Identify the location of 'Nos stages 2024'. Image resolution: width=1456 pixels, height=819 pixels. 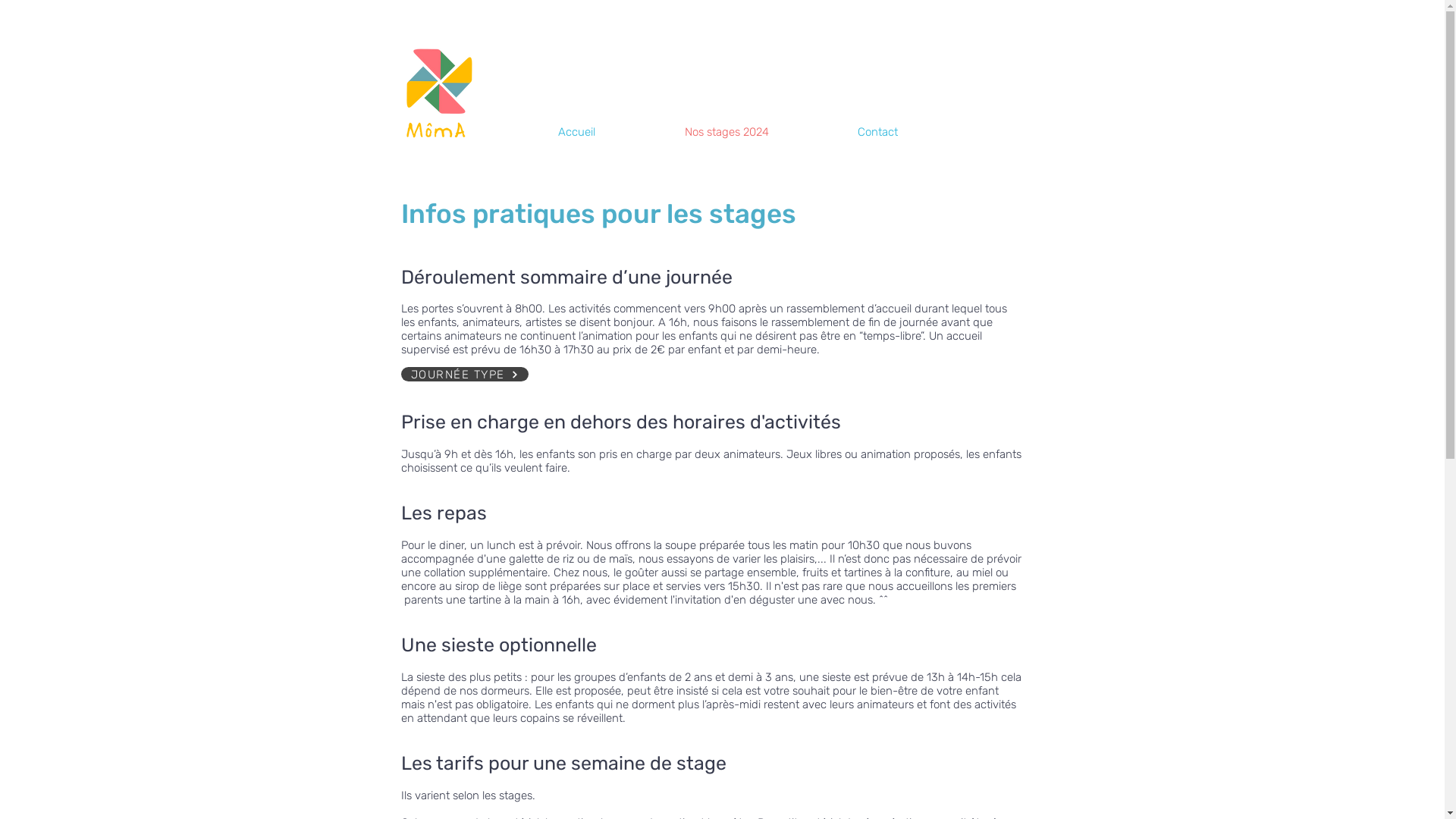
(760, 131).